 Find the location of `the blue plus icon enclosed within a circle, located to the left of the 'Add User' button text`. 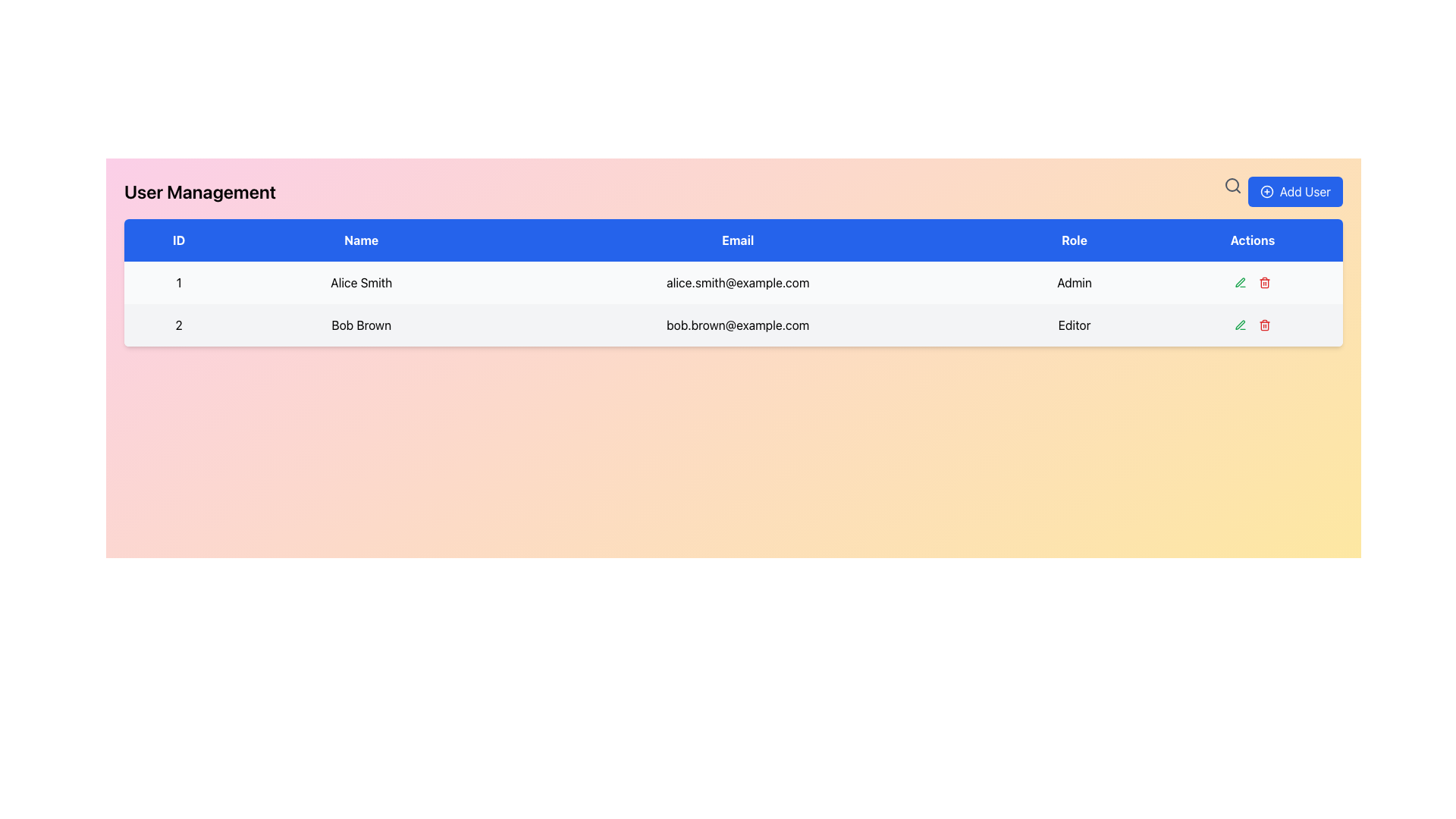

the blue plus icon enclosed within a circle, located to the left of the 'Add User' button text is located at coordinates (1266, 191).